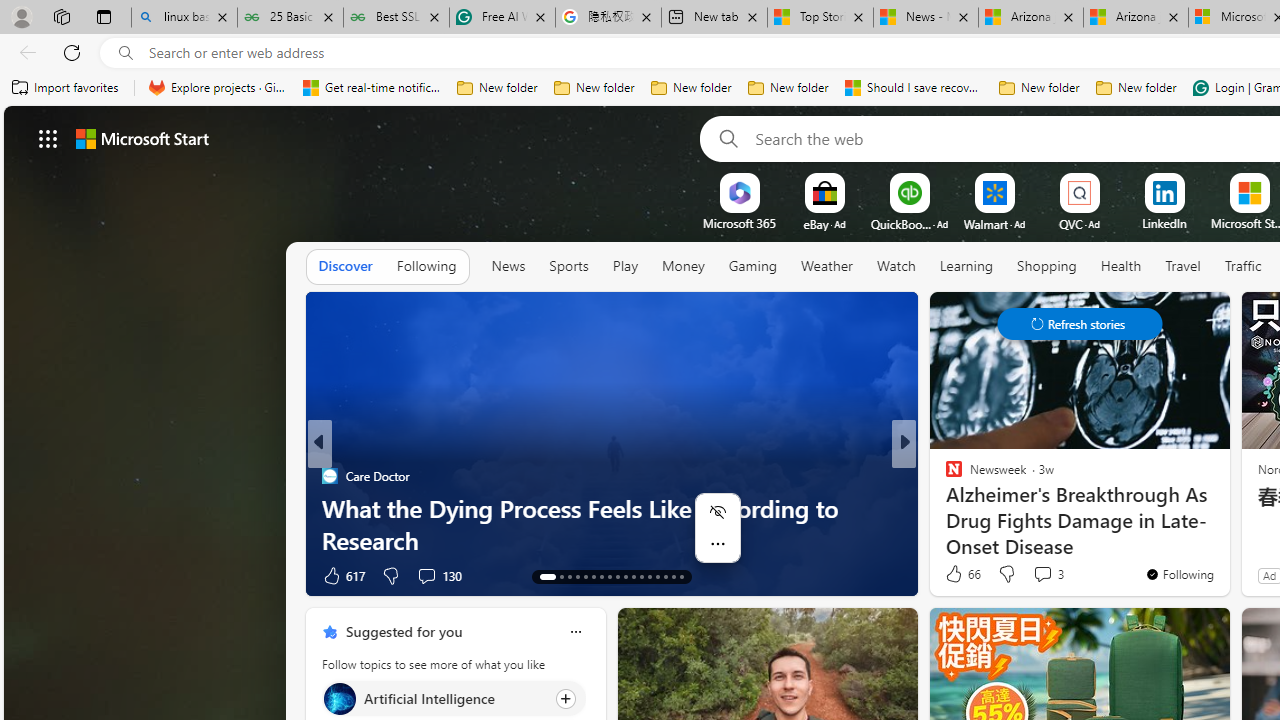 This screenshot has width=1280, height=720. I want to click on 'tom', so click(944, 475).